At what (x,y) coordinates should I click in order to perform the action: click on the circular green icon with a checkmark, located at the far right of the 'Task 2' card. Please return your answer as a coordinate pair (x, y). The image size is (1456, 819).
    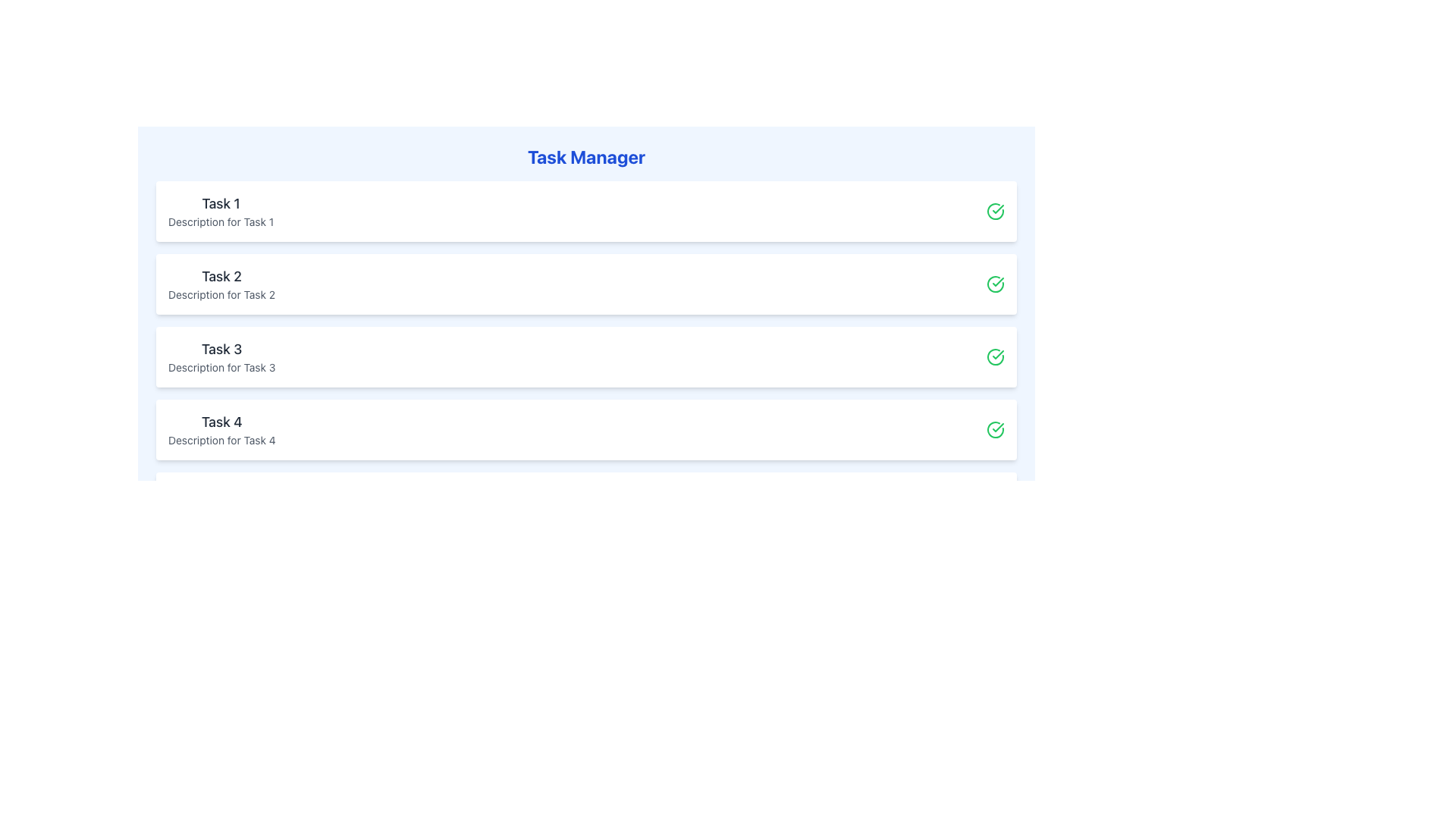
    Looking at the image, I should click on (996, 284).